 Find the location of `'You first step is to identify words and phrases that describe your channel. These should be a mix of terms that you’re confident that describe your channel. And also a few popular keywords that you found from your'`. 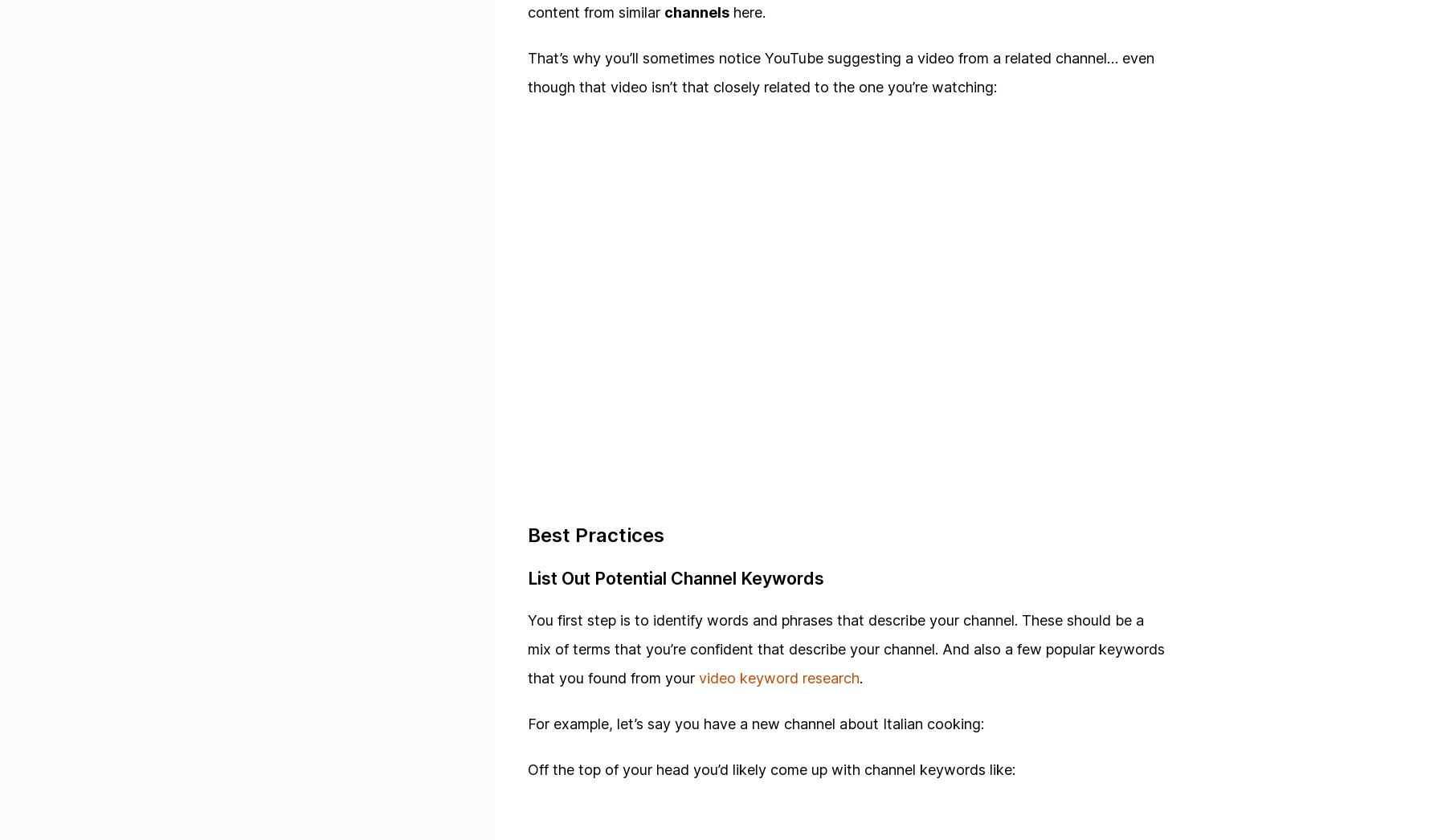

'You first step is to identify words and phrases that describe your channel. These should be a mix of terms that you’re confident that describe your channel. And also a few popular keywords that you found from your' is located at coordinates (846, 649).